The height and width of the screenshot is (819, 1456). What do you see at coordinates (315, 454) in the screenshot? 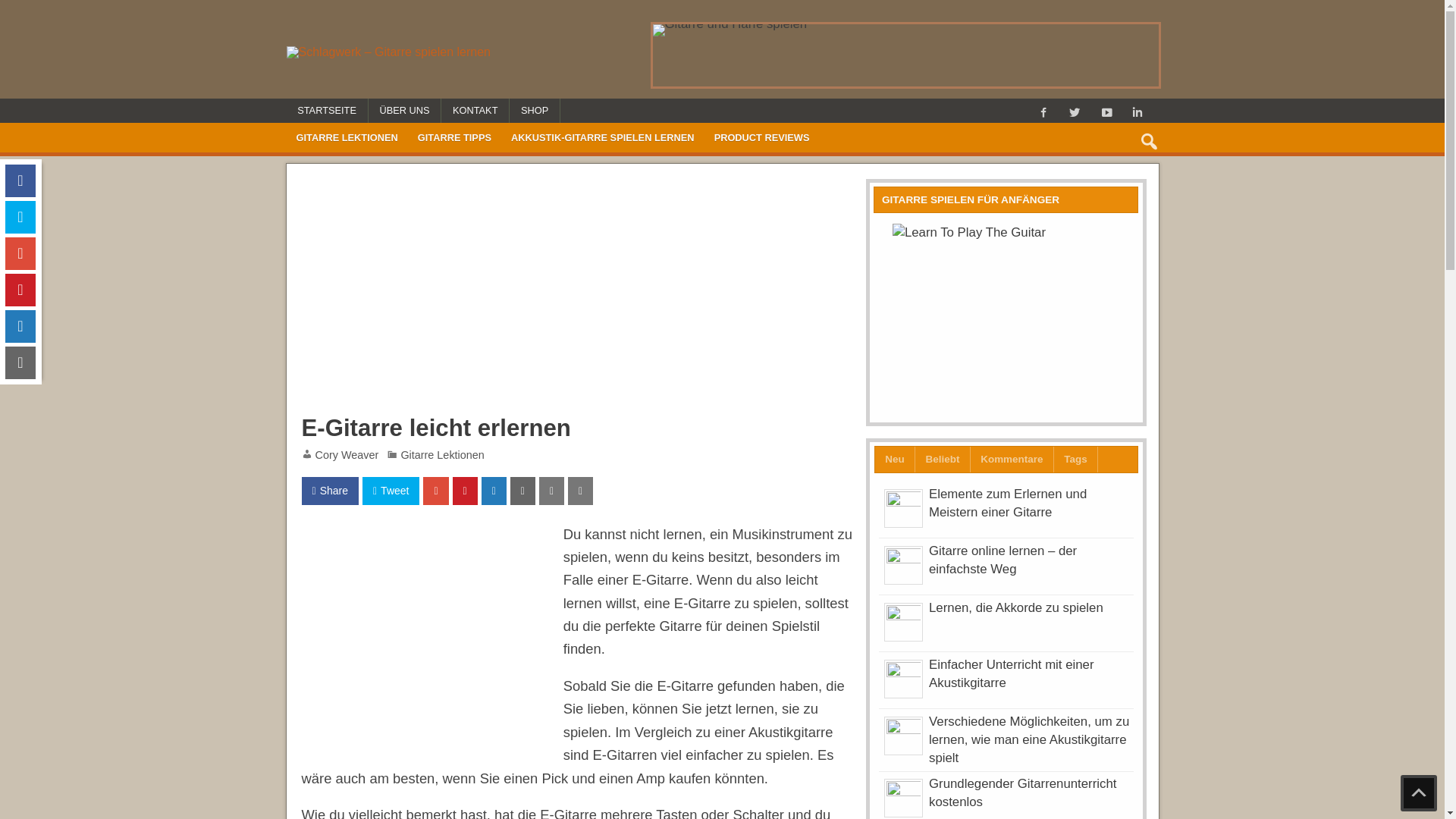
I see `'Cory Weaver'` at bounding box center [315, 454].